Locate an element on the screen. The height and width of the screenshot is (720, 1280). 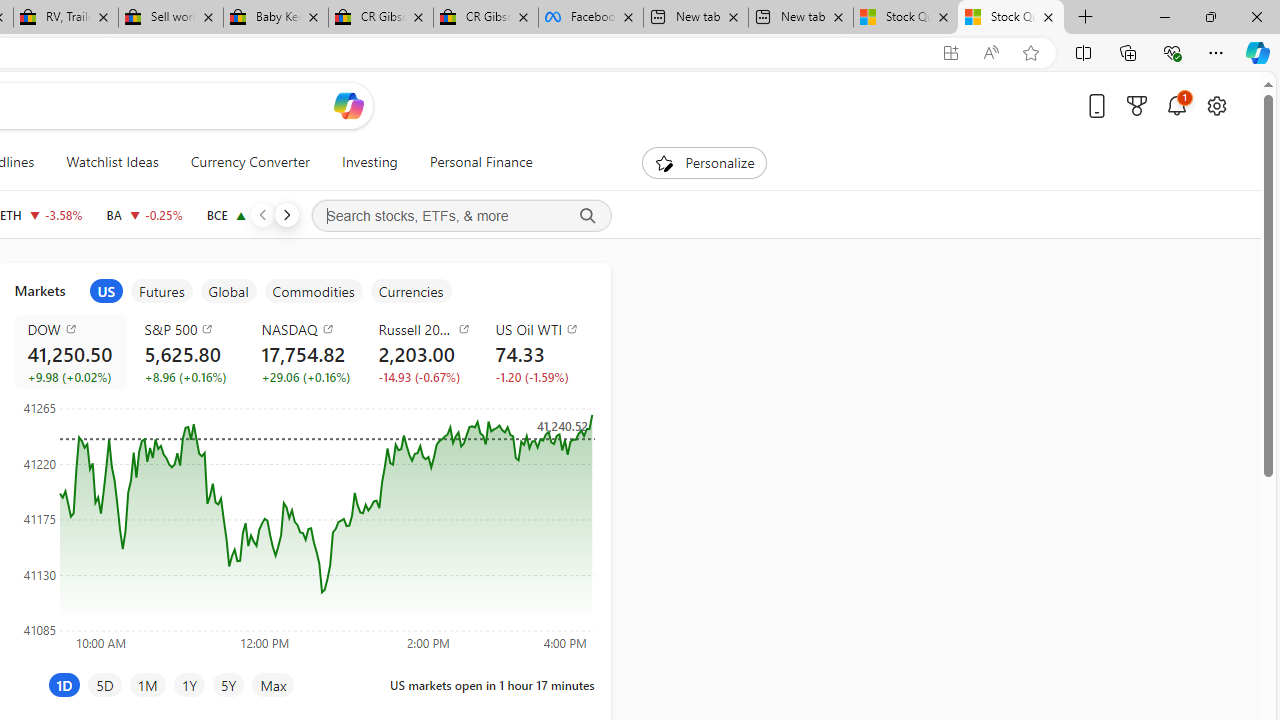
'Search stocks, ETFs, & more' is located at coordinates (460, 216).